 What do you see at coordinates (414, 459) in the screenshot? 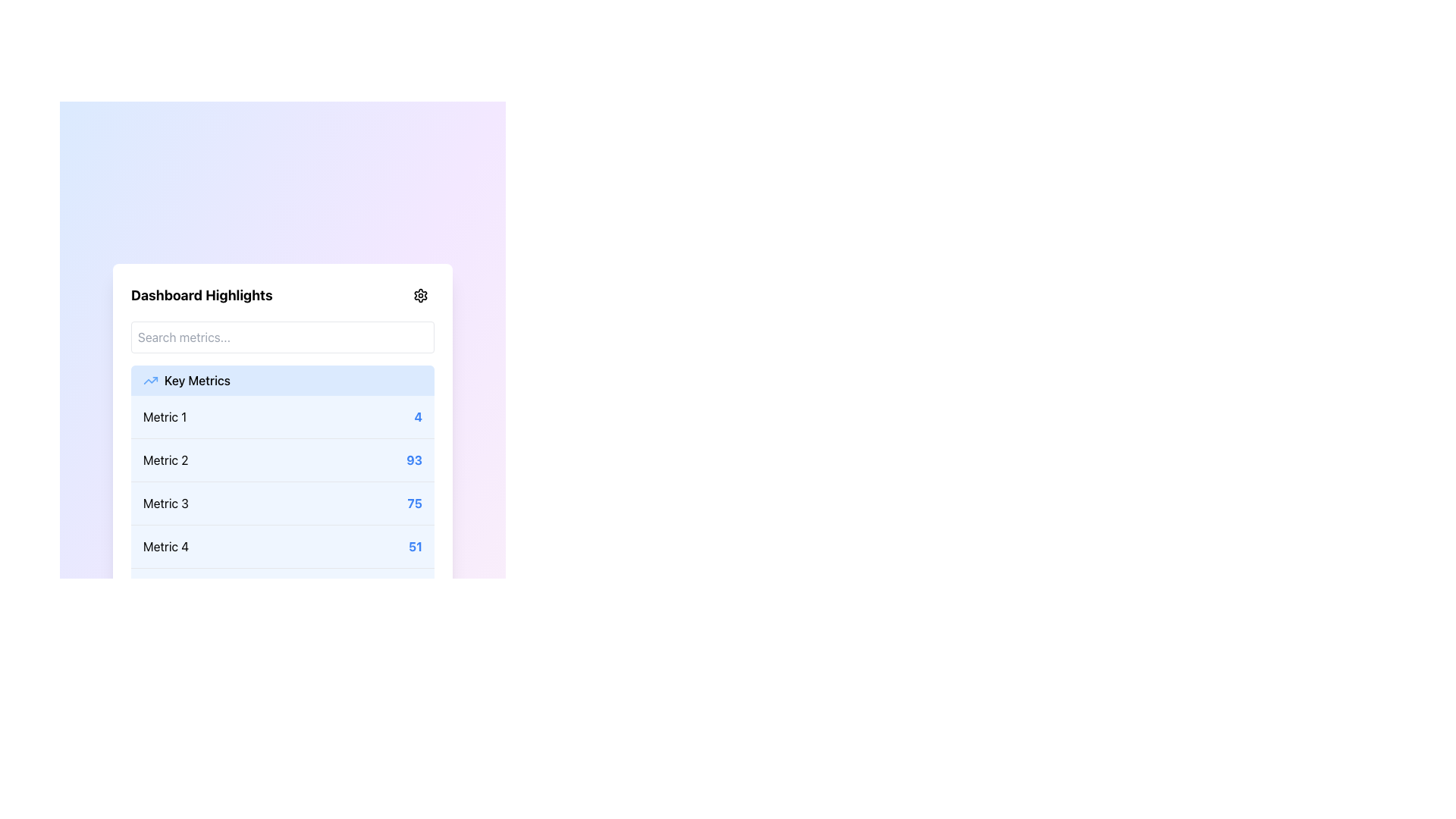
I see `the bold blue number '93' which represents the numerical value of 'Metric 2' in a vertical list of key metrics` at bounding box center [414, 459].